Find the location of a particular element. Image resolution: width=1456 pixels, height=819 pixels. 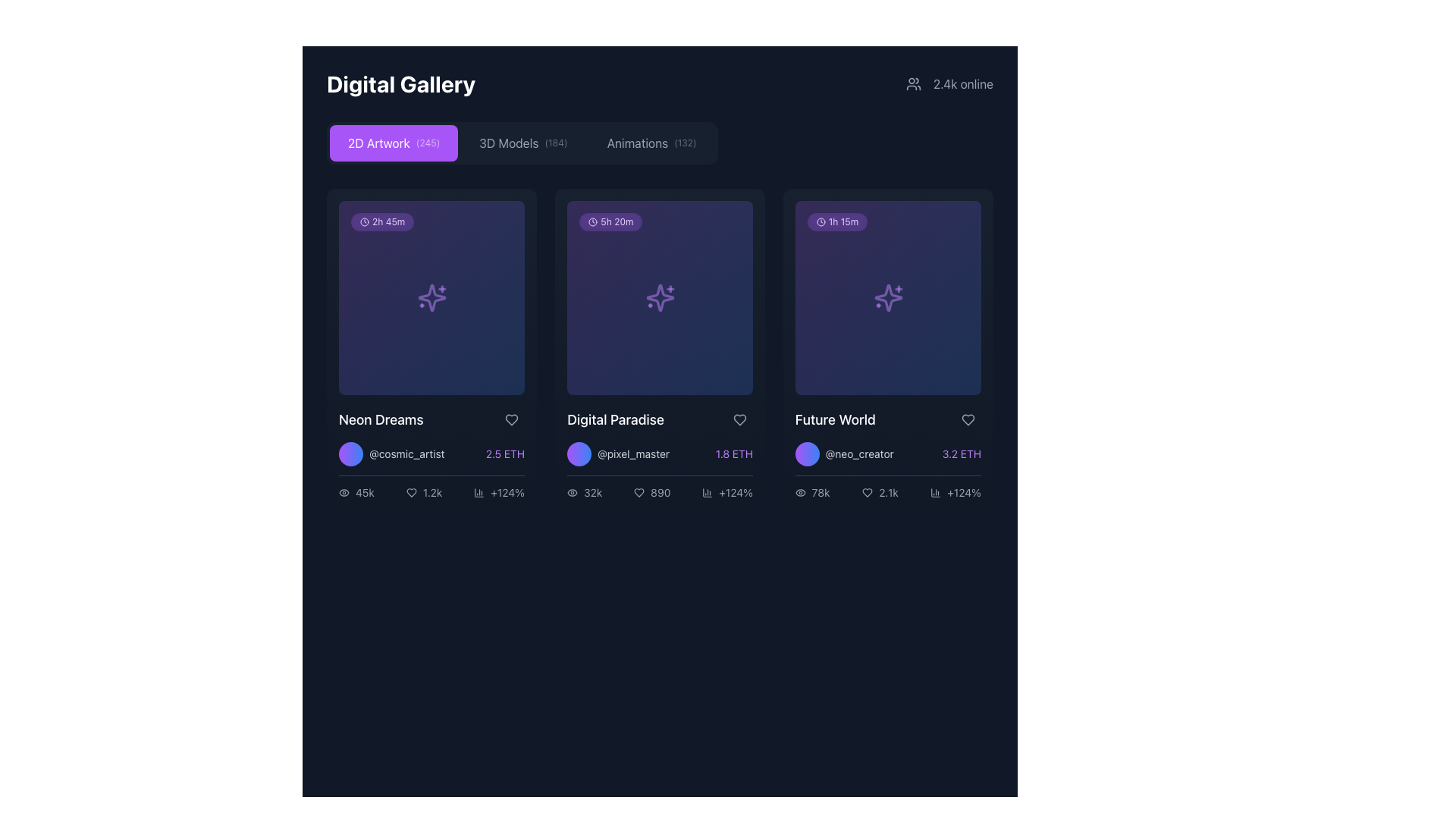

the performance metric label indicating a 124% increase, located in the bottom-right group of the 'Future World' card, to the right of a small chart icon is located at coordinates (963, 493).